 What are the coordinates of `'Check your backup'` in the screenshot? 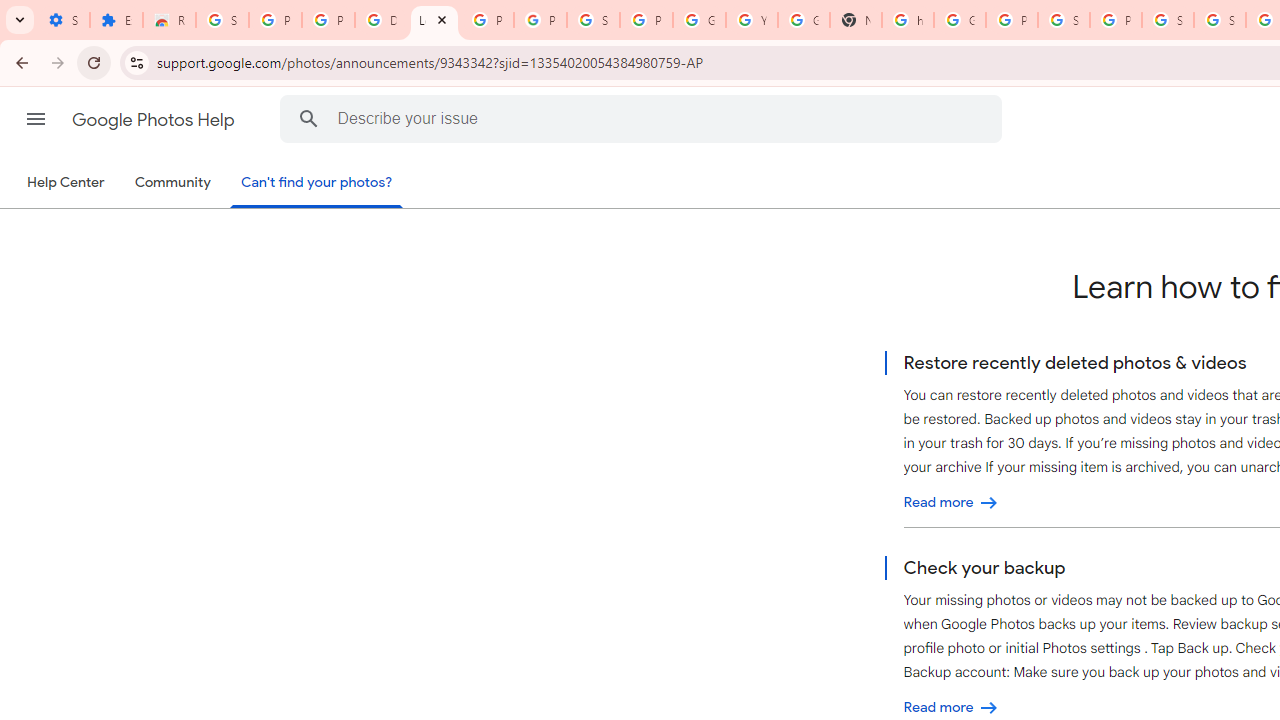 It's located at (950, 707).